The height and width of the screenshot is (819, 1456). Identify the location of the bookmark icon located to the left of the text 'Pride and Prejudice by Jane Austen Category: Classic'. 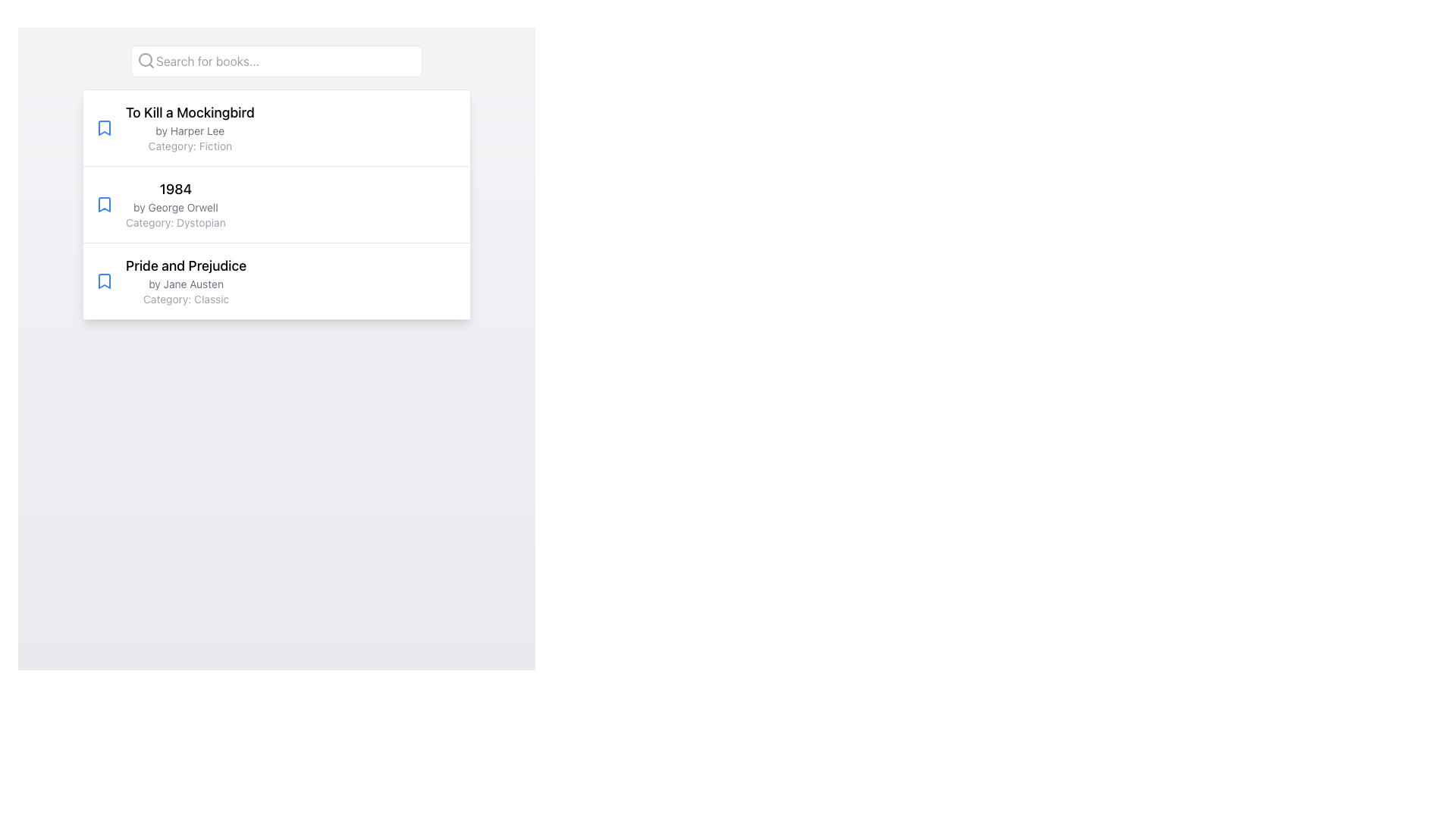
(104, 281).